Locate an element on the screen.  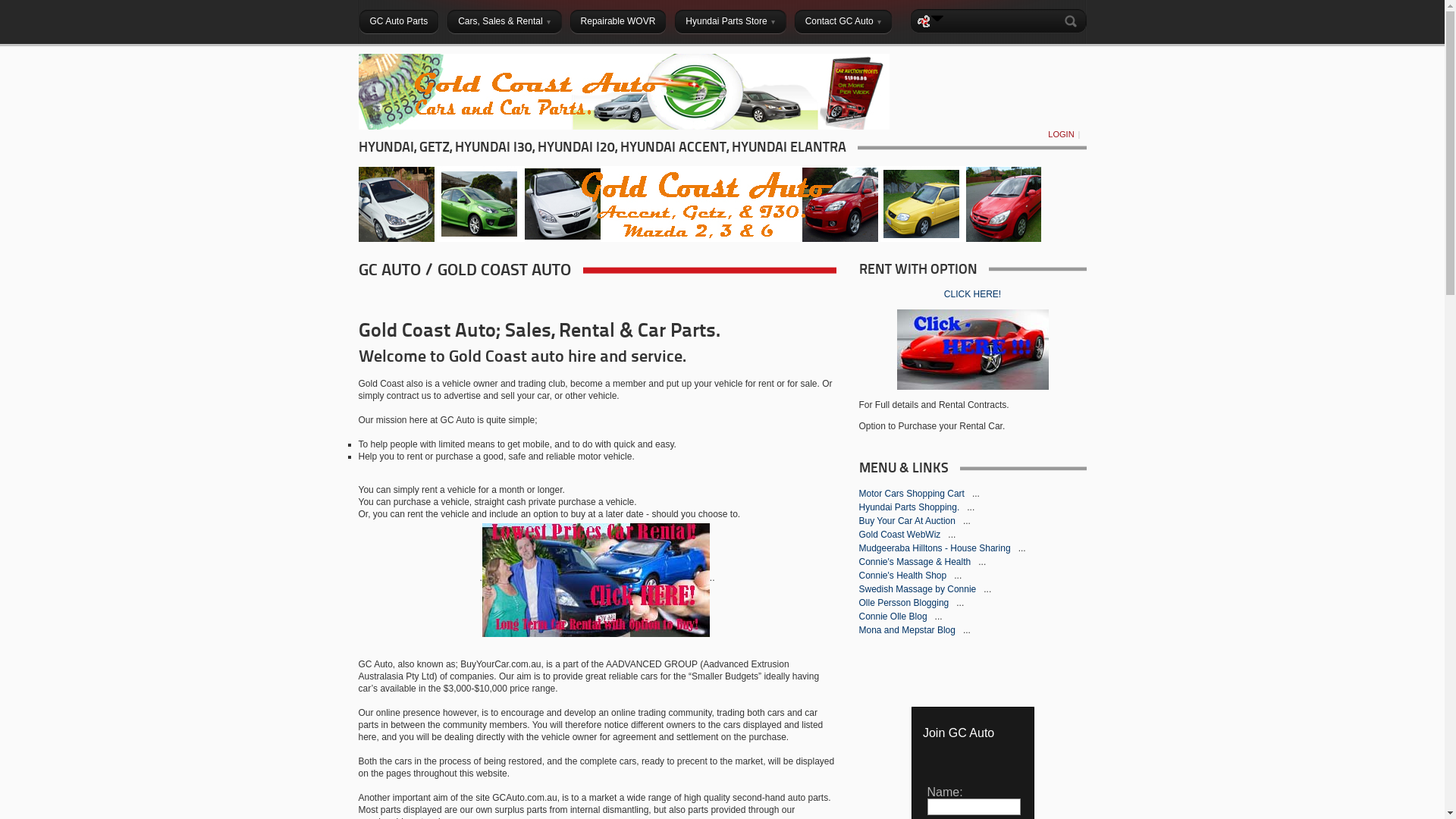
'Cars, Sales & Rental' is located at coordinates (504, 20).